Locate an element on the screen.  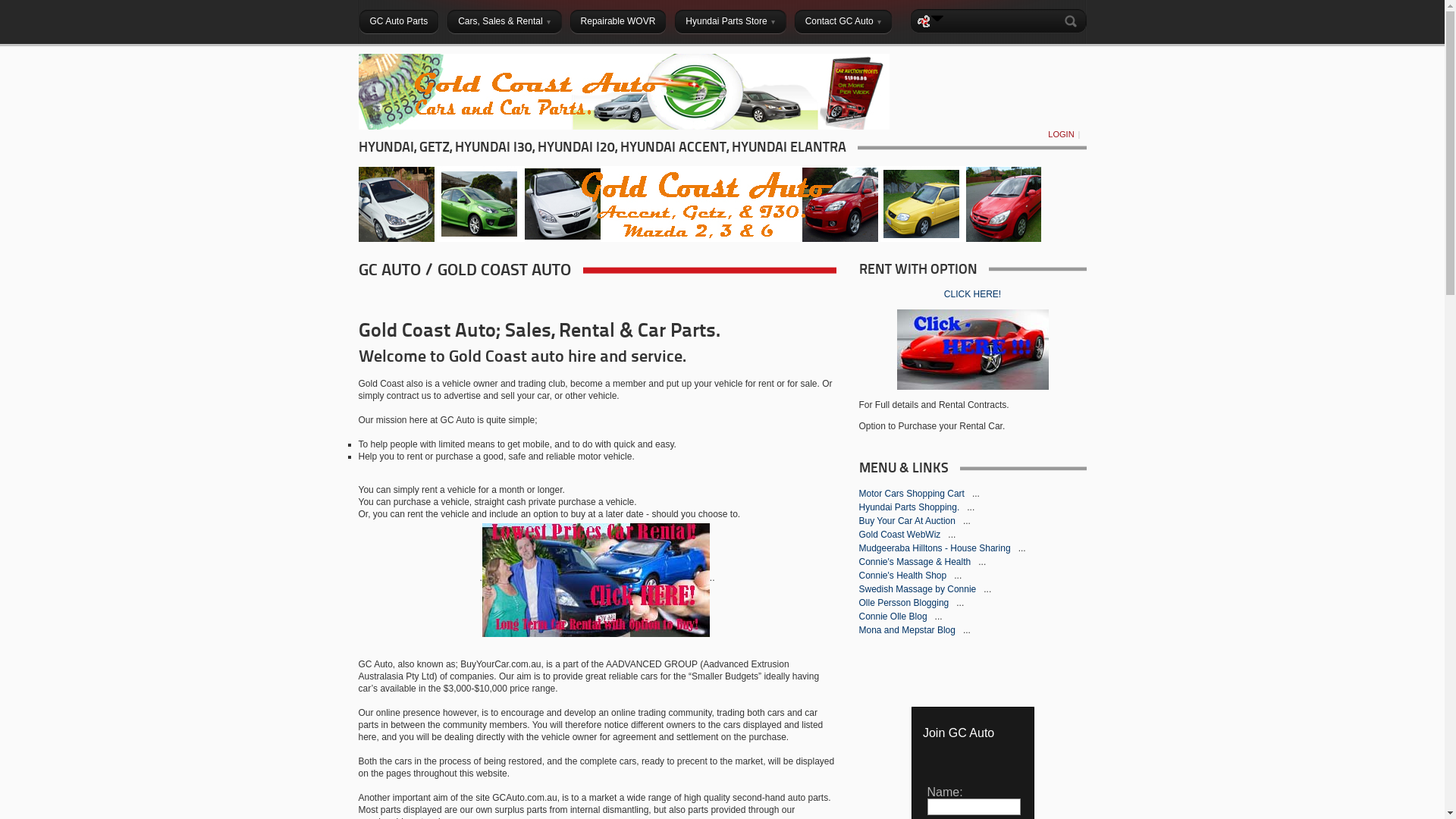
'Cars, Sales & Rental' is located at coordinates (504, 20).